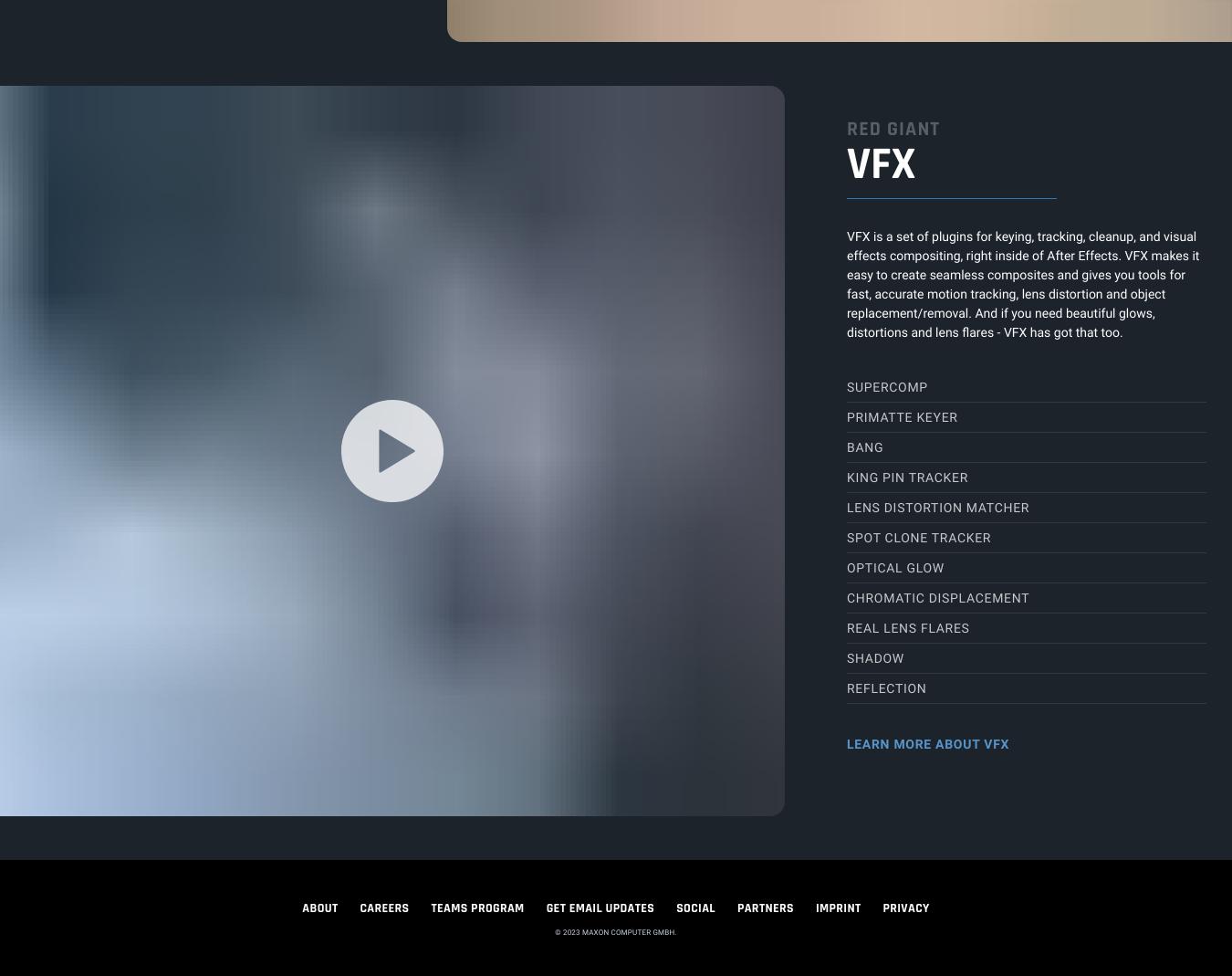 The width and height of the screenshot is (1232, 976). I want to click on 'IMPRINT', so click(837, 907).